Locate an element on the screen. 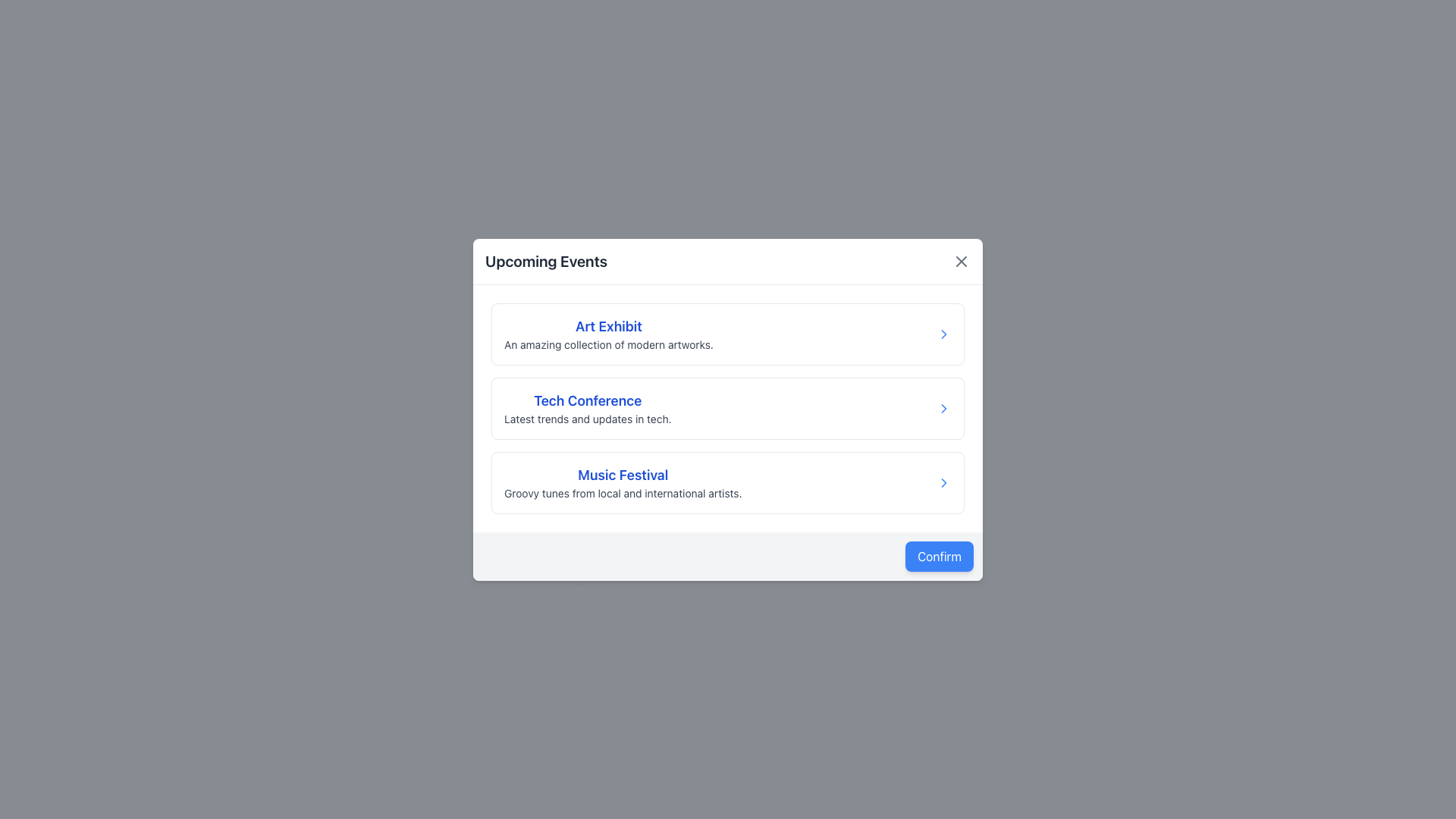  the second entry in the list within the modal dialog that represents the 'Tech Conference' event is located at coordinates (728, 409).